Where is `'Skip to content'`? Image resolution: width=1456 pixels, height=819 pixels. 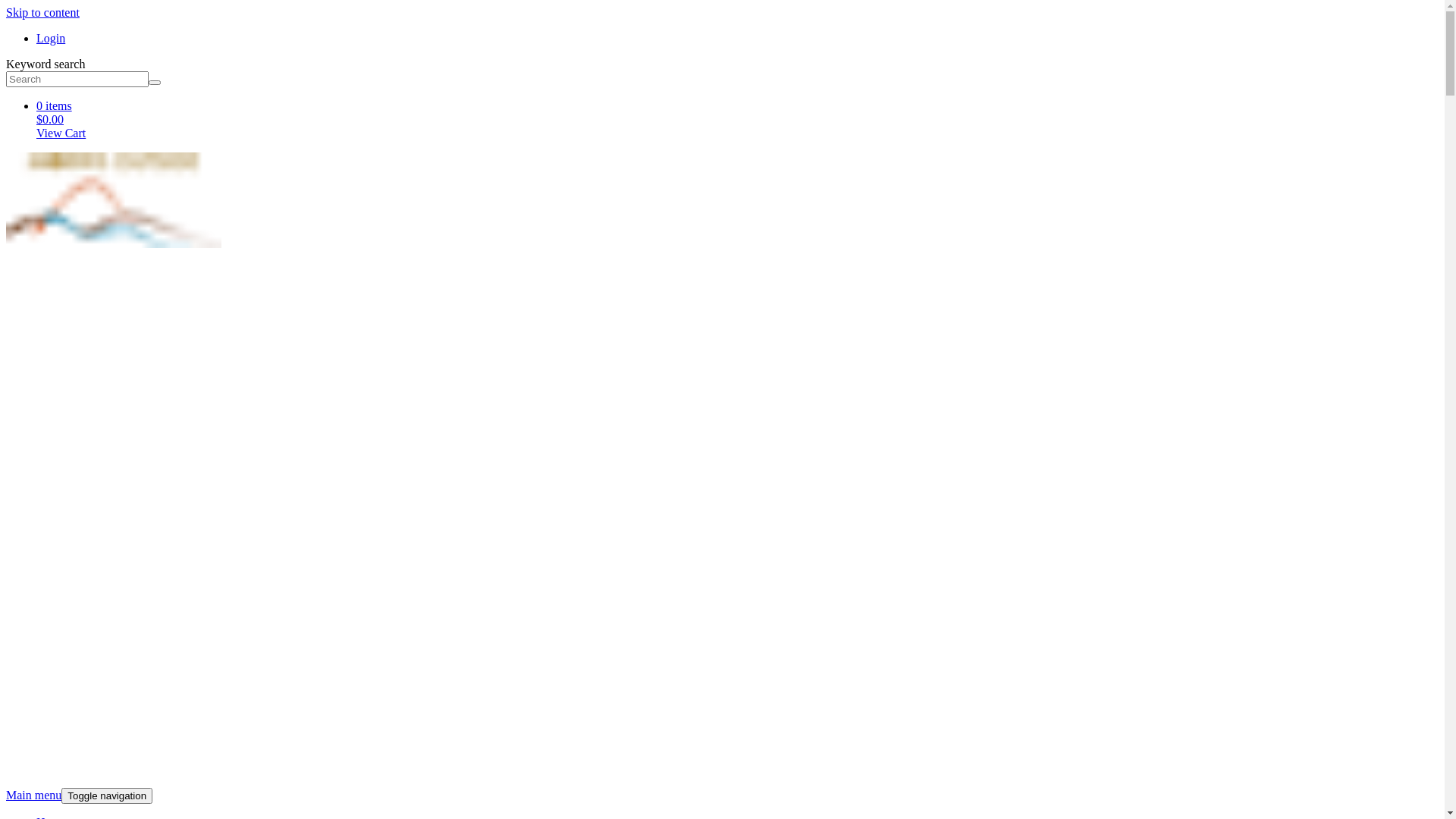
'Skip to content' is located at coordinates (42, 12).